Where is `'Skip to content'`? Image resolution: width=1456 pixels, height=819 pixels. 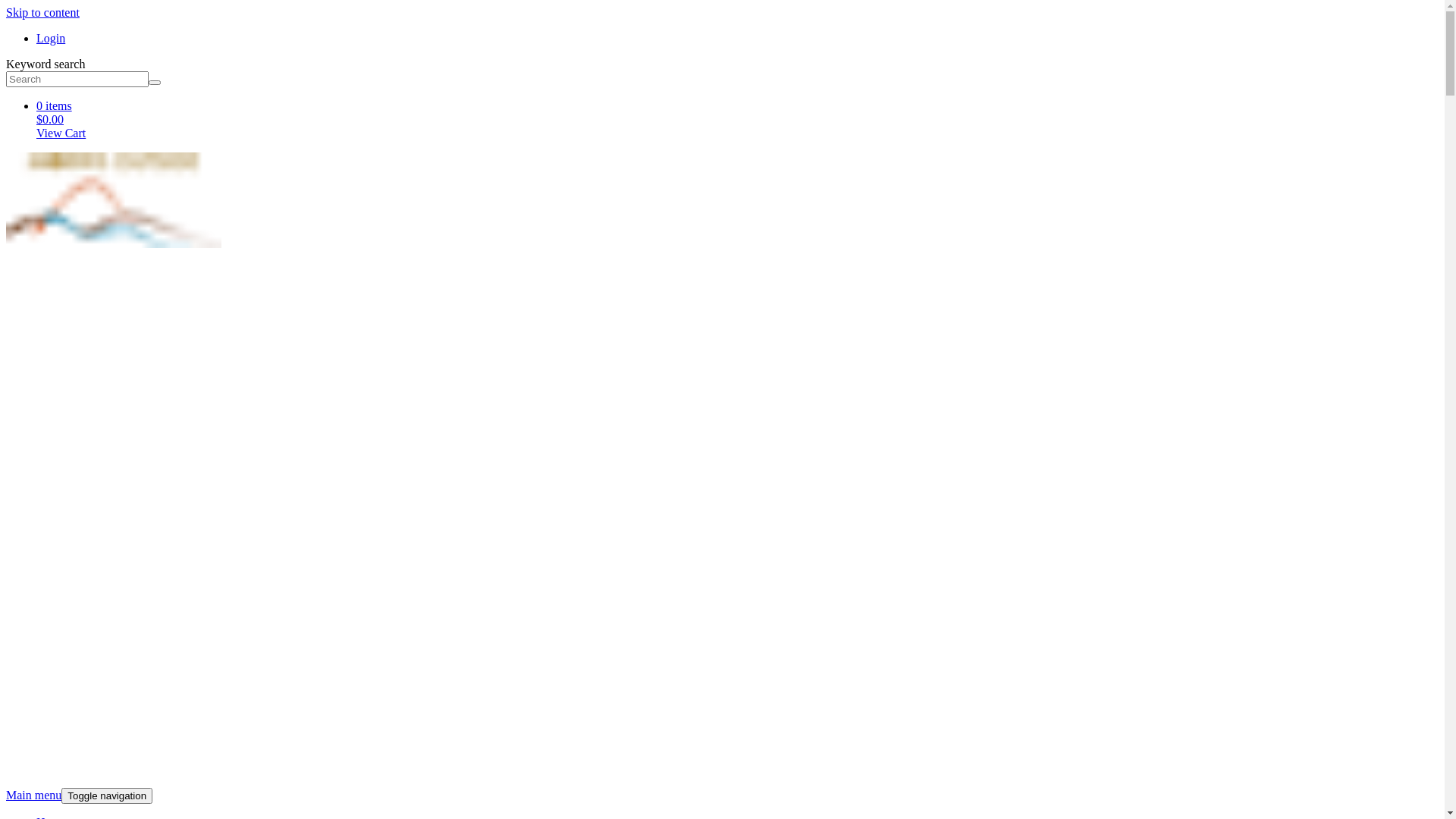
'Skip to content' is located at coordinates (42, 12).